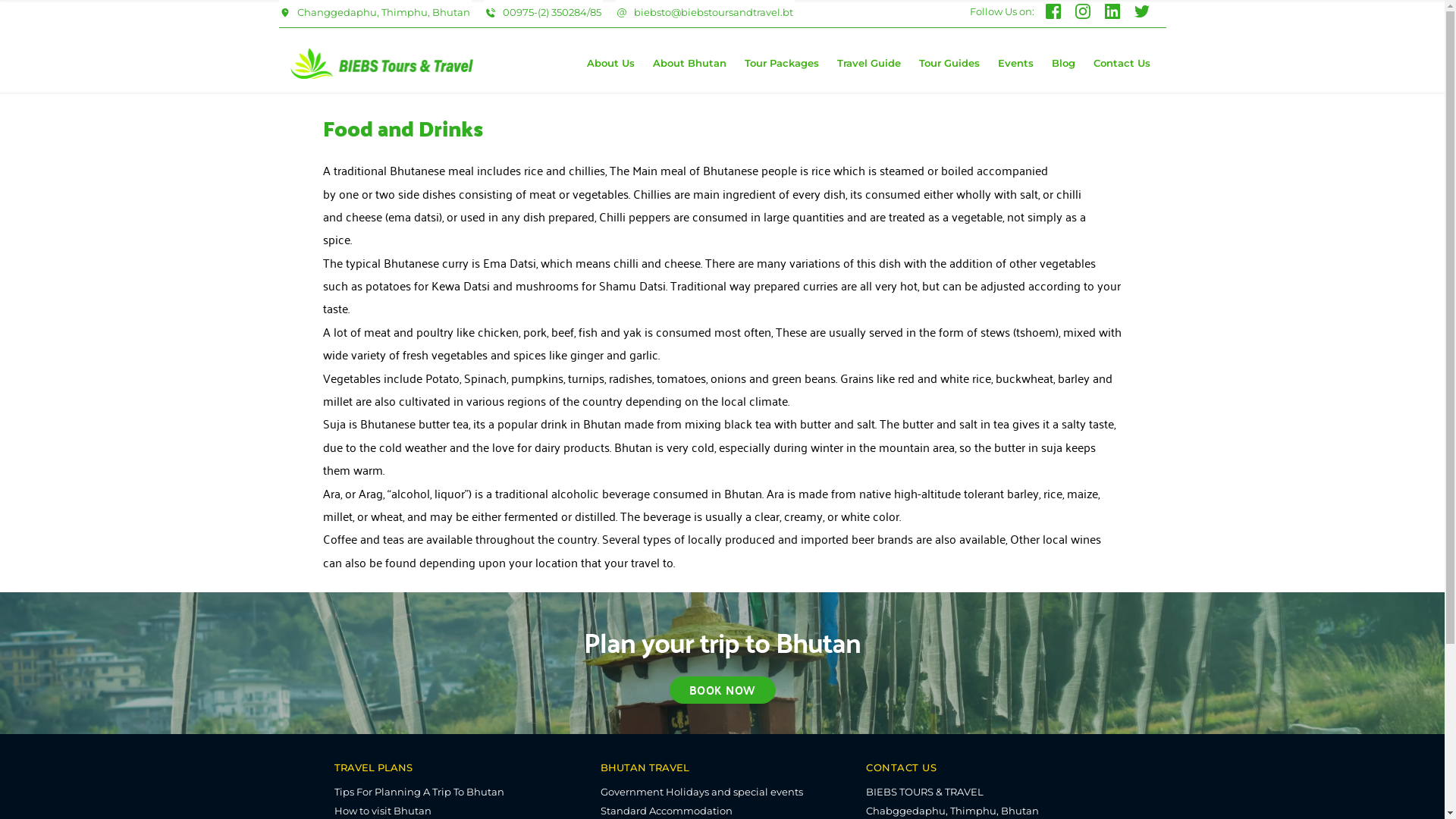 This screenshot has height=819, width=1456. Describe the element at coordinates (833, 62) in the screenshot. I see `'Travel Guide'` at that location.